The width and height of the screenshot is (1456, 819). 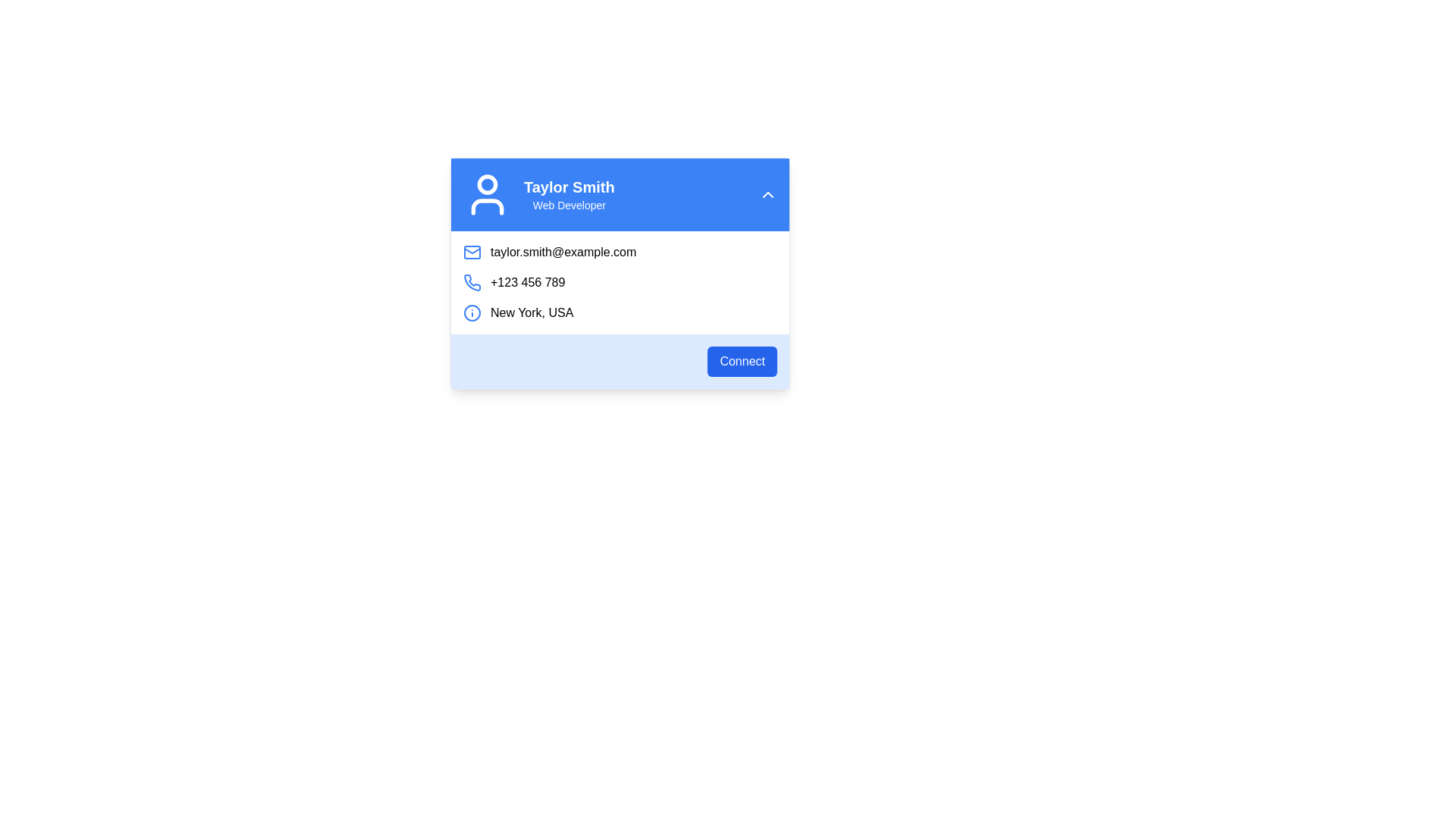 I want to click on the envelope-shaped icon with a blue outer border and white interior, located to the left of the email address 'taylor.smith@example.com', so click(x=472, y=251).